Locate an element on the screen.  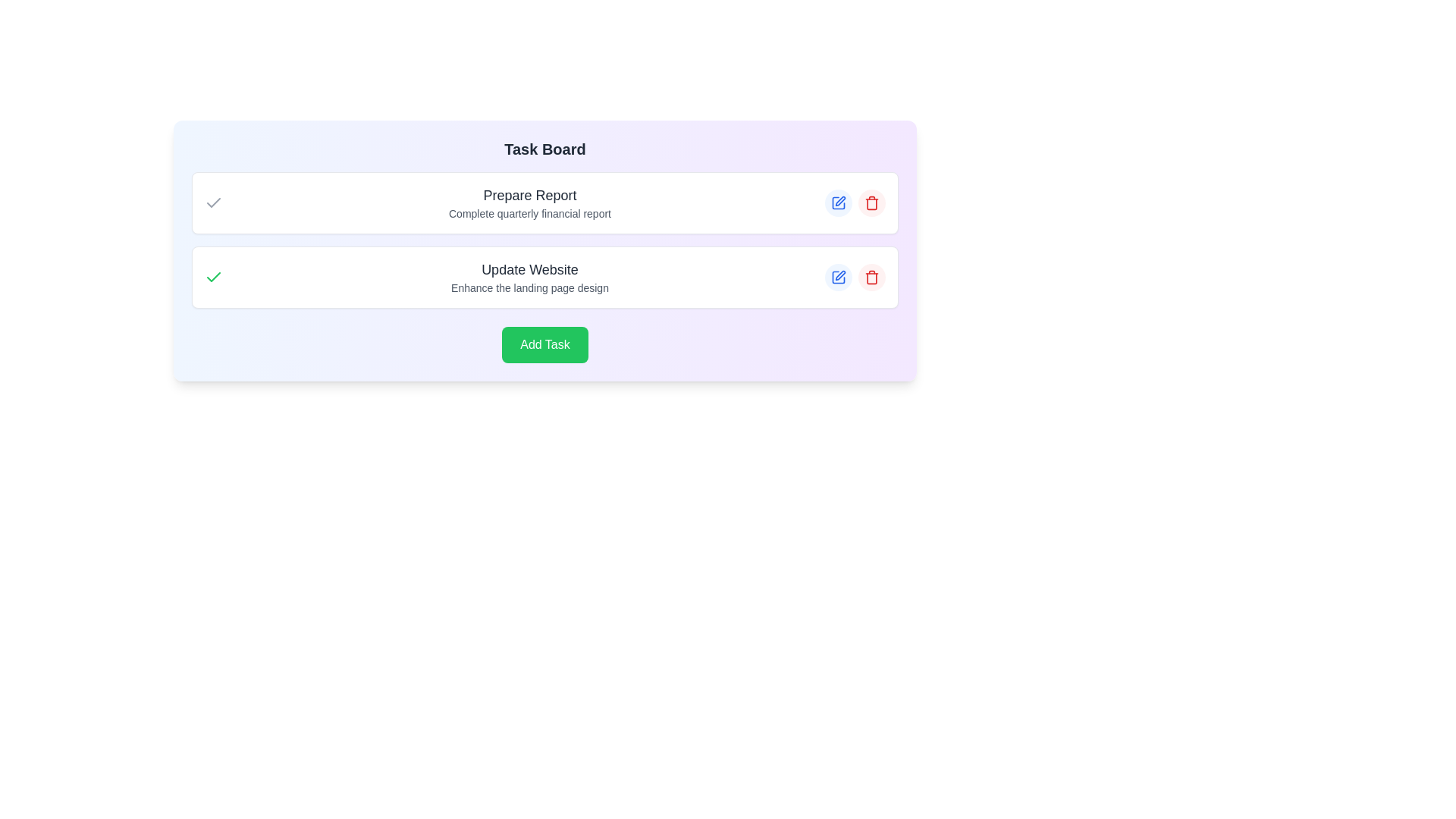
the second card in the Task Board labeled 'Update Website' is located at coordinates (545, 278).